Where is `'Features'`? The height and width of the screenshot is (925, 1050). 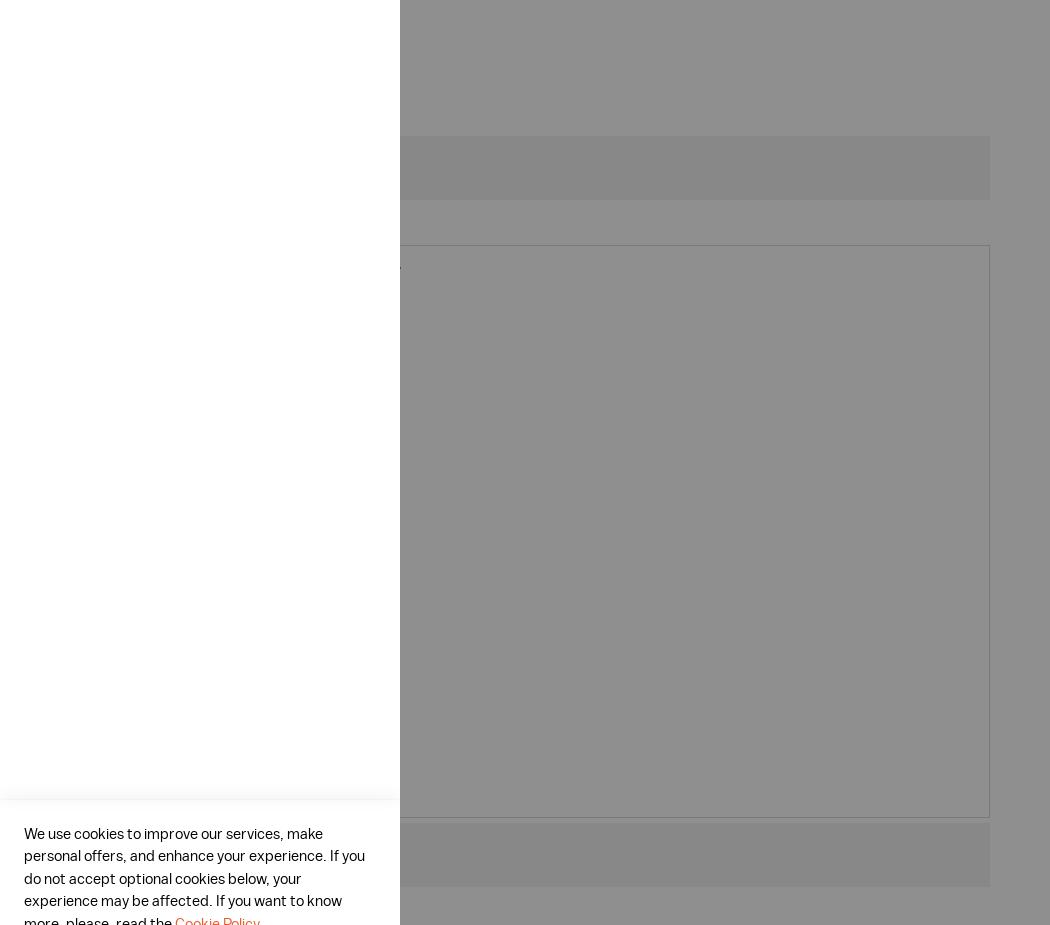 'Features' is located at coordinates (122, 165).